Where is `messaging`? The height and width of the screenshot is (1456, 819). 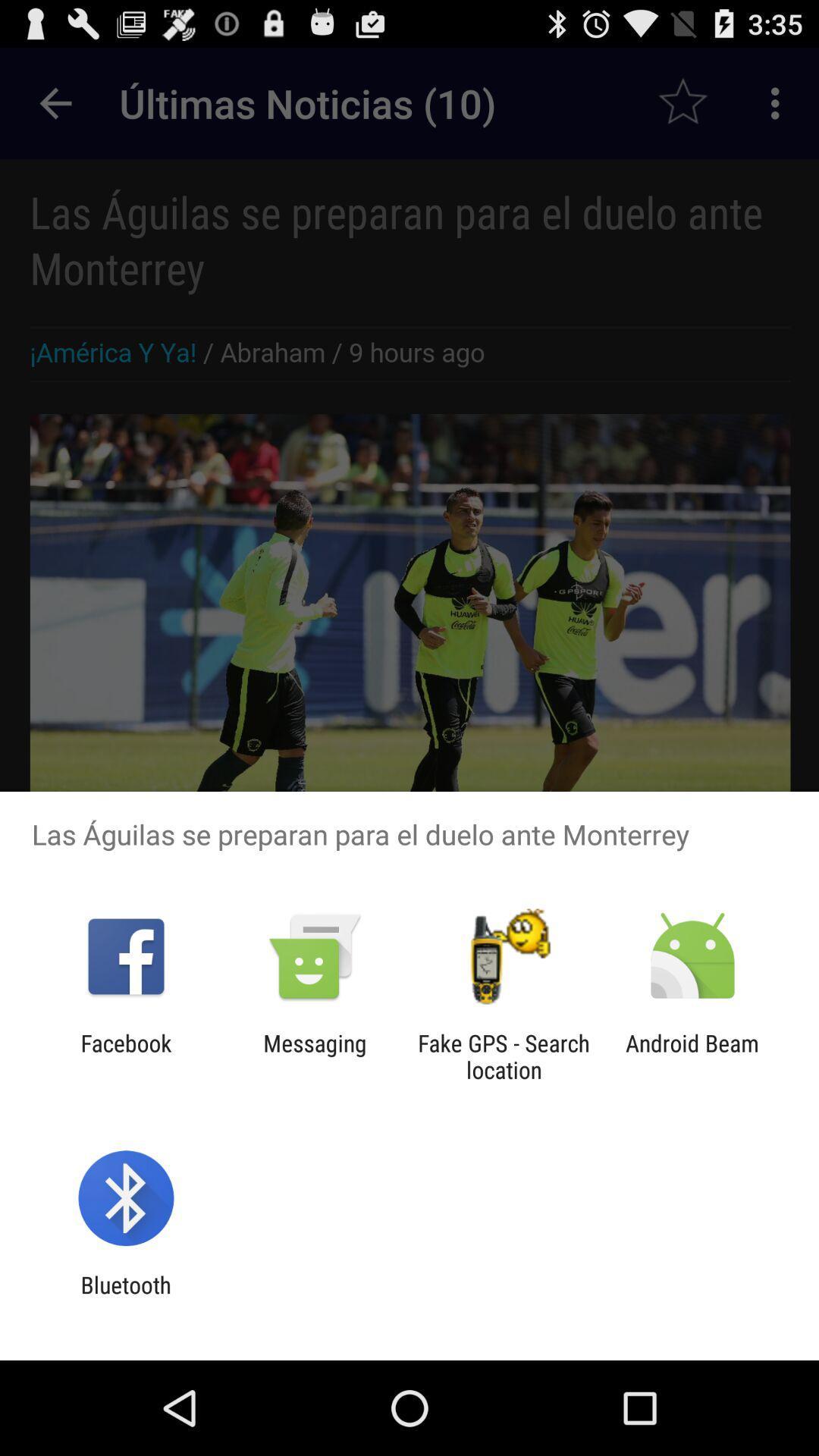 messaging is located at coordinates (314, 1056).